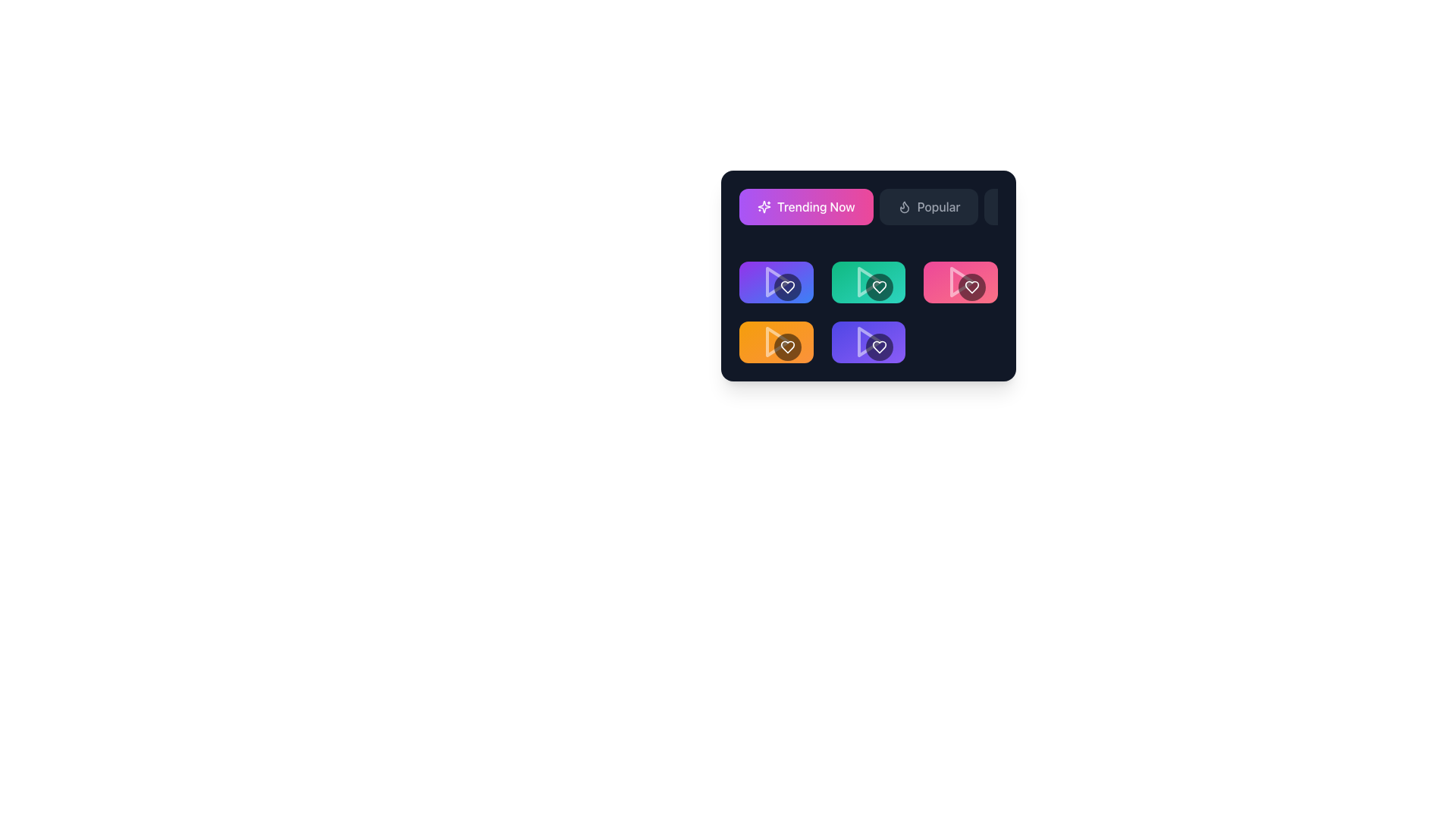 The image size is (1456, 819). Describe the element at coordinates (868, 291) in the screenshot. I see `the composite UI component with a bold green background and icons for actions` at that location.